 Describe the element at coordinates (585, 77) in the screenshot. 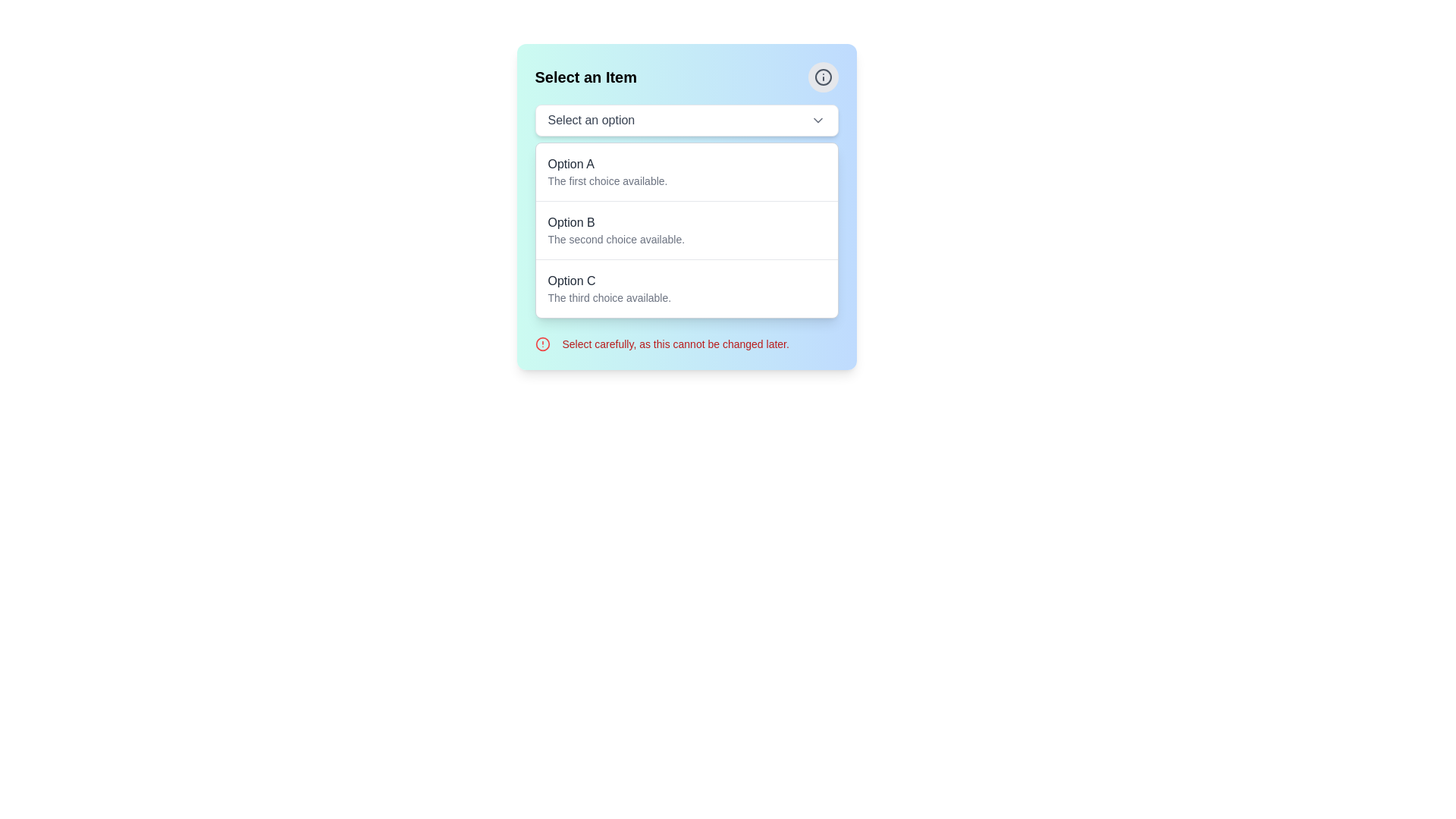

I see `the text label reading 'Select an Item' which is prominently positioned at the top-left of the selection card, styled in bold and larger font size` at that location.